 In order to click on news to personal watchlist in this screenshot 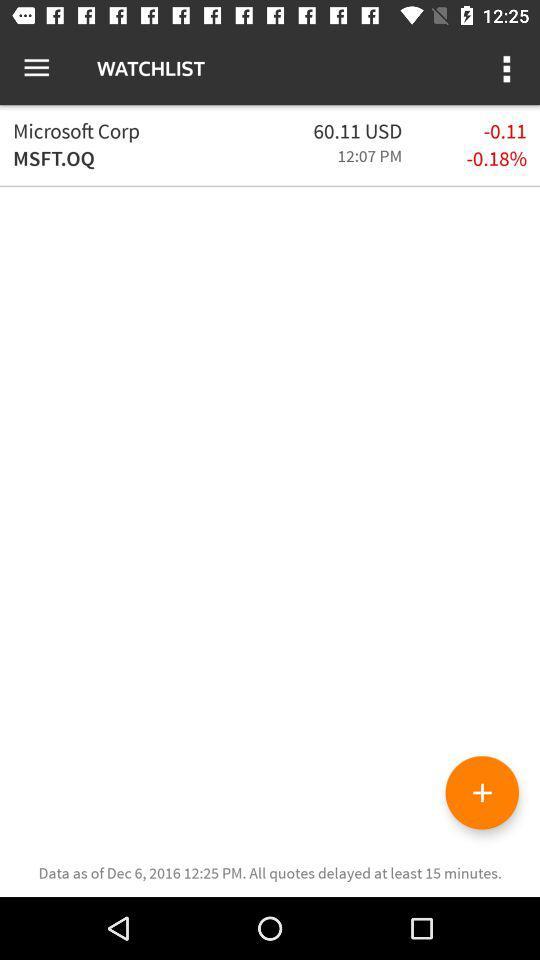, I will do `click(481, 792)`.